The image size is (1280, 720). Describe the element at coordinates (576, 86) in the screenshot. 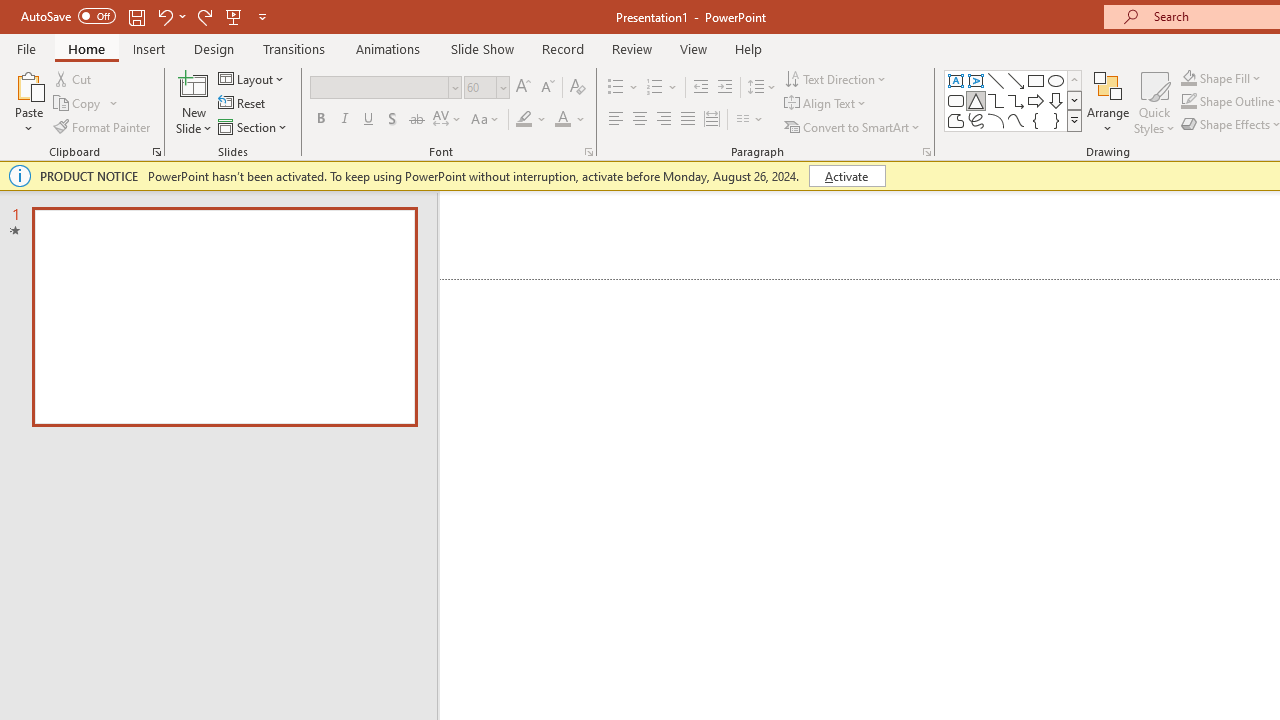

I see `'Clear Formatting'` at that location.